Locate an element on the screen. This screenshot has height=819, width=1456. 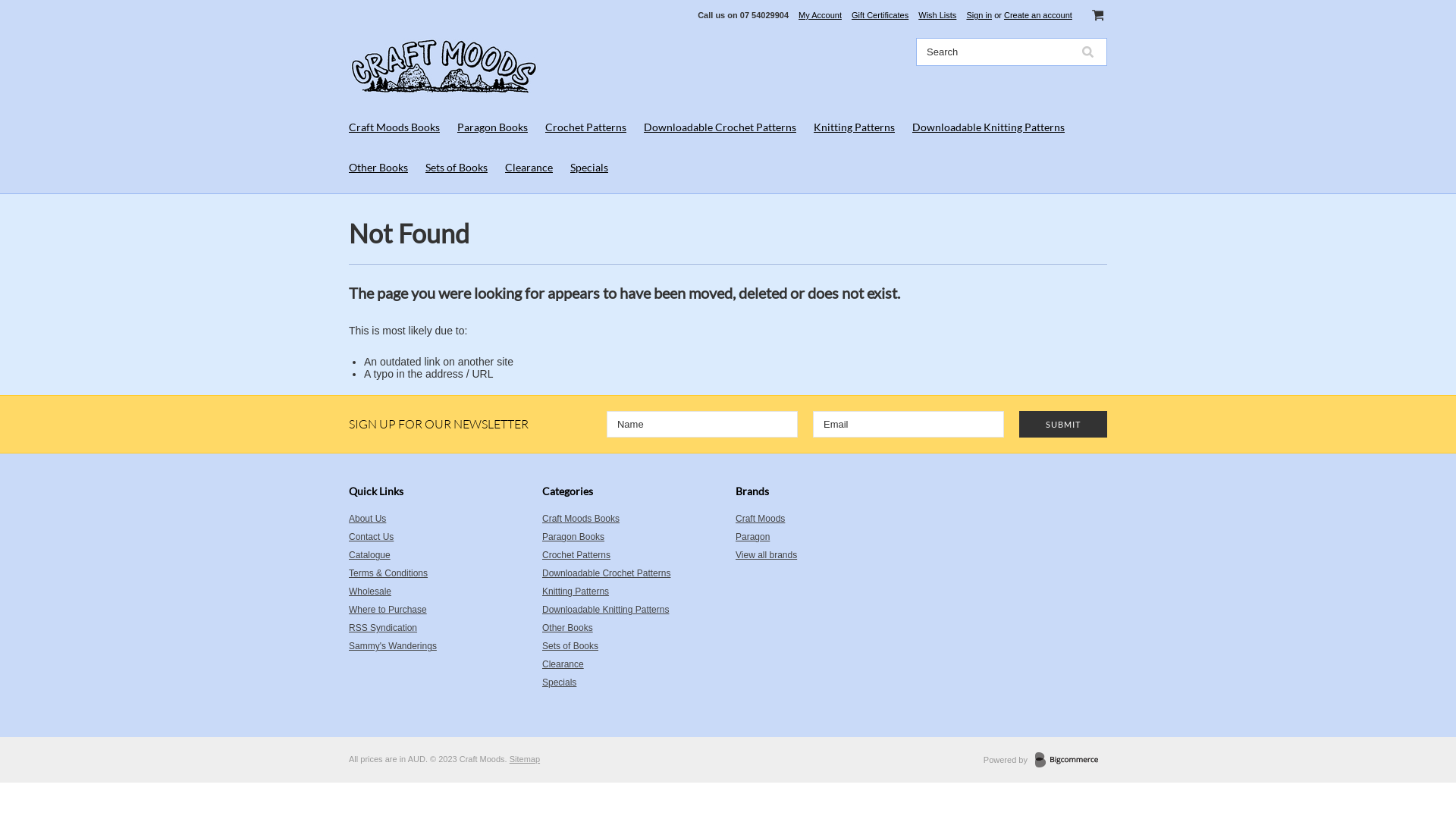
'RSS Syndication' is located at coordinates (437, 628).